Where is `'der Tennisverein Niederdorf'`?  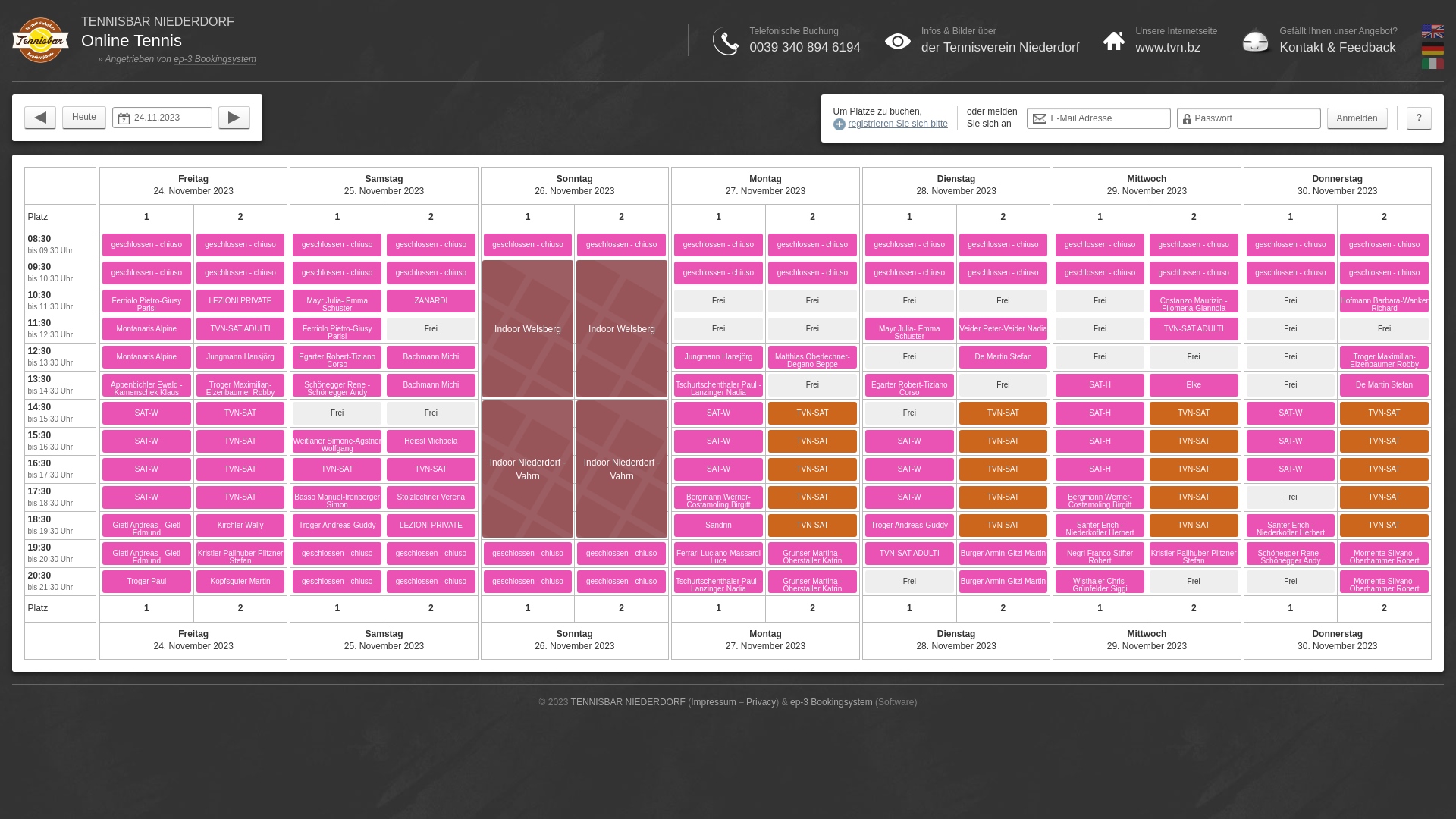 'der Tennisverein Niederdorf' is located at coordinates (920, 46).